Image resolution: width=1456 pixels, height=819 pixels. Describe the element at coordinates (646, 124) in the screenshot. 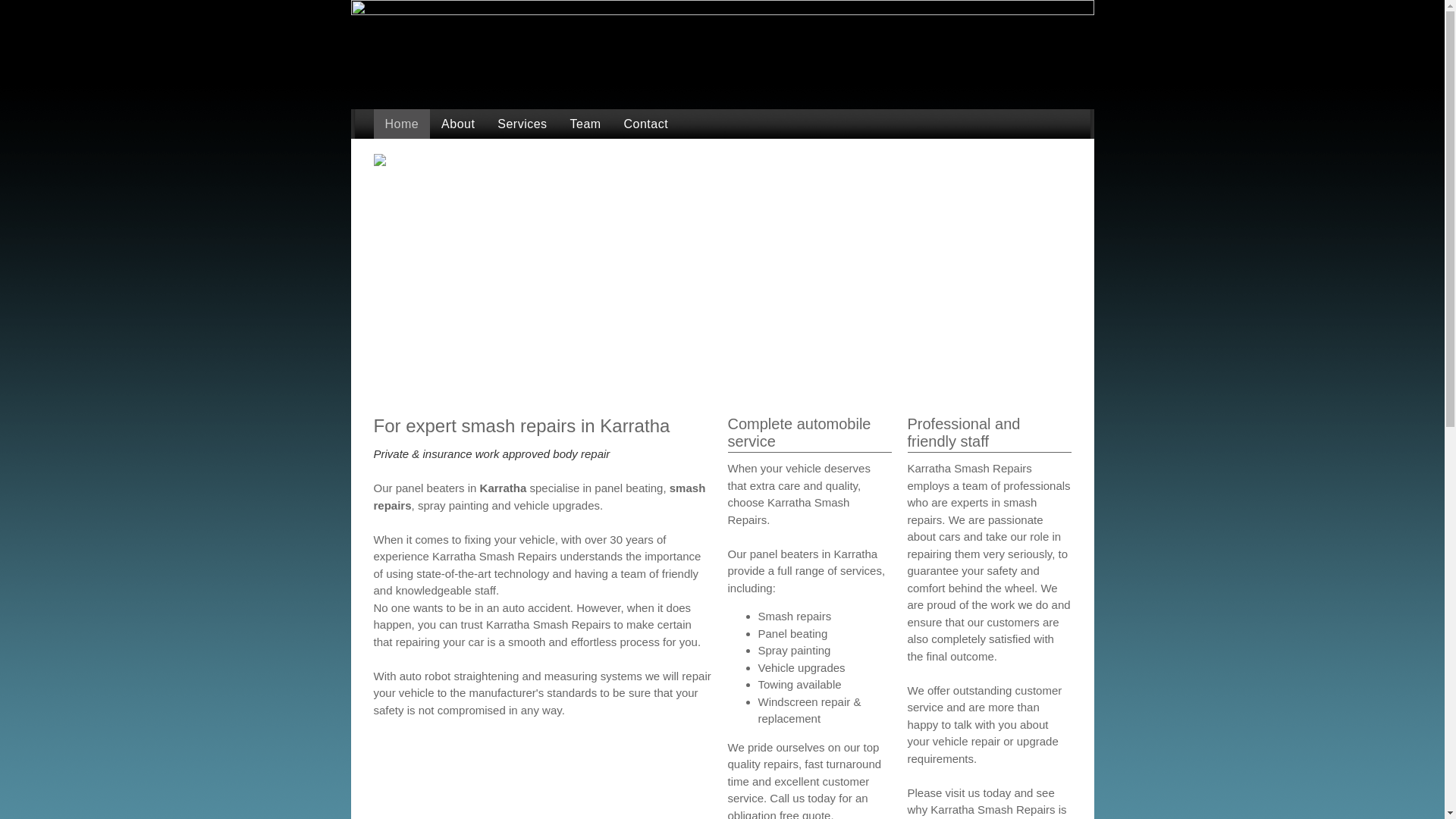

I see `'Contact'` at that location.